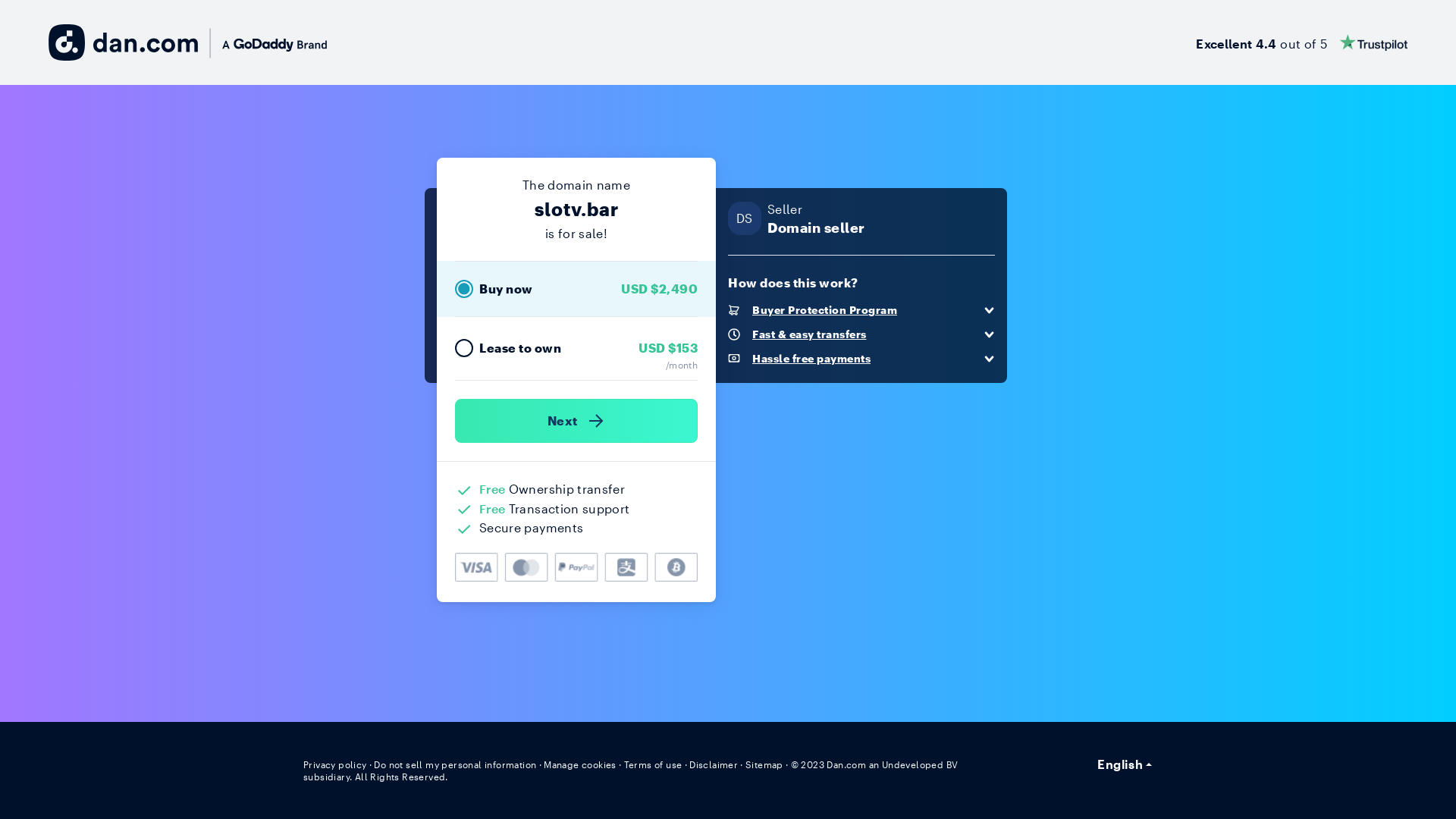 The width and height of the screenshot is (1456, 819). What do you see at coordinates (374, 764) in the screenshot?
I see `'Do not sell my personal information'` at bounding box center [374, 764].